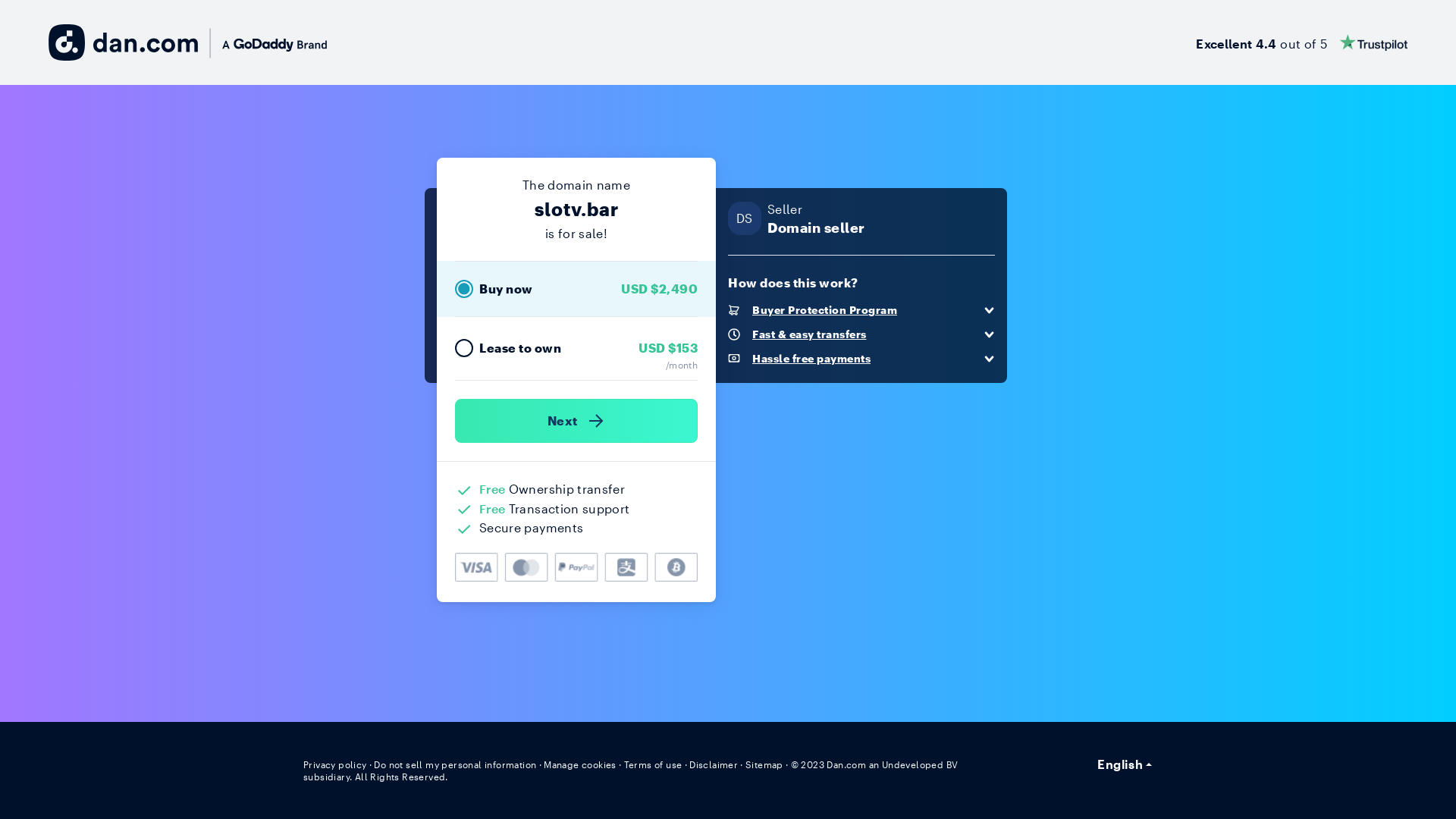 The width and height of the screenshot is (1456, 819). What do you see at coordinates (374, 764) in the screenshot?
I see `'Do not sell my personal information'` at bounding box center [374, 764].